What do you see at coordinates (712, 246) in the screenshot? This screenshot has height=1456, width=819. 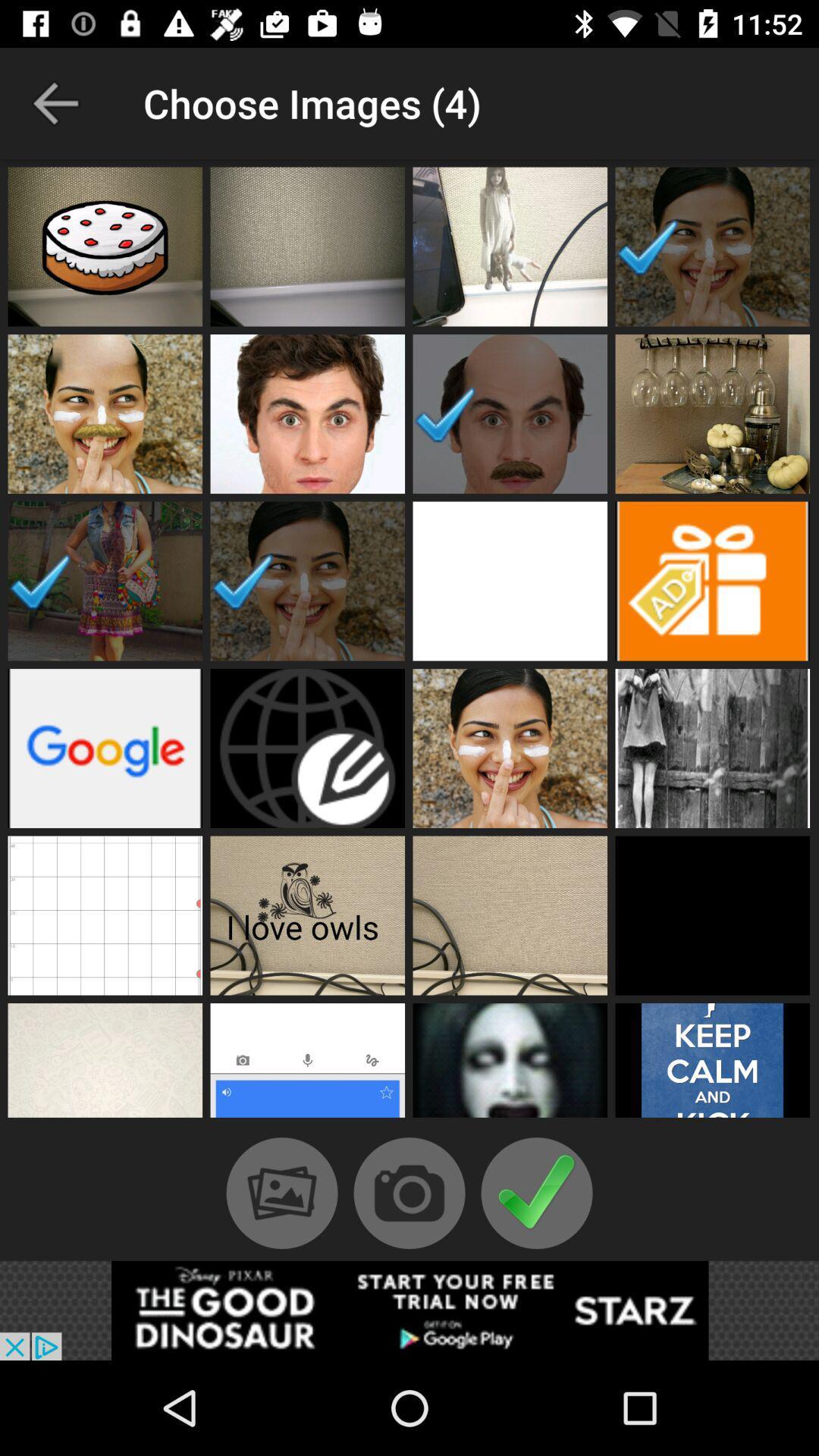 I see `choose image` at bounding box center [712, 246].